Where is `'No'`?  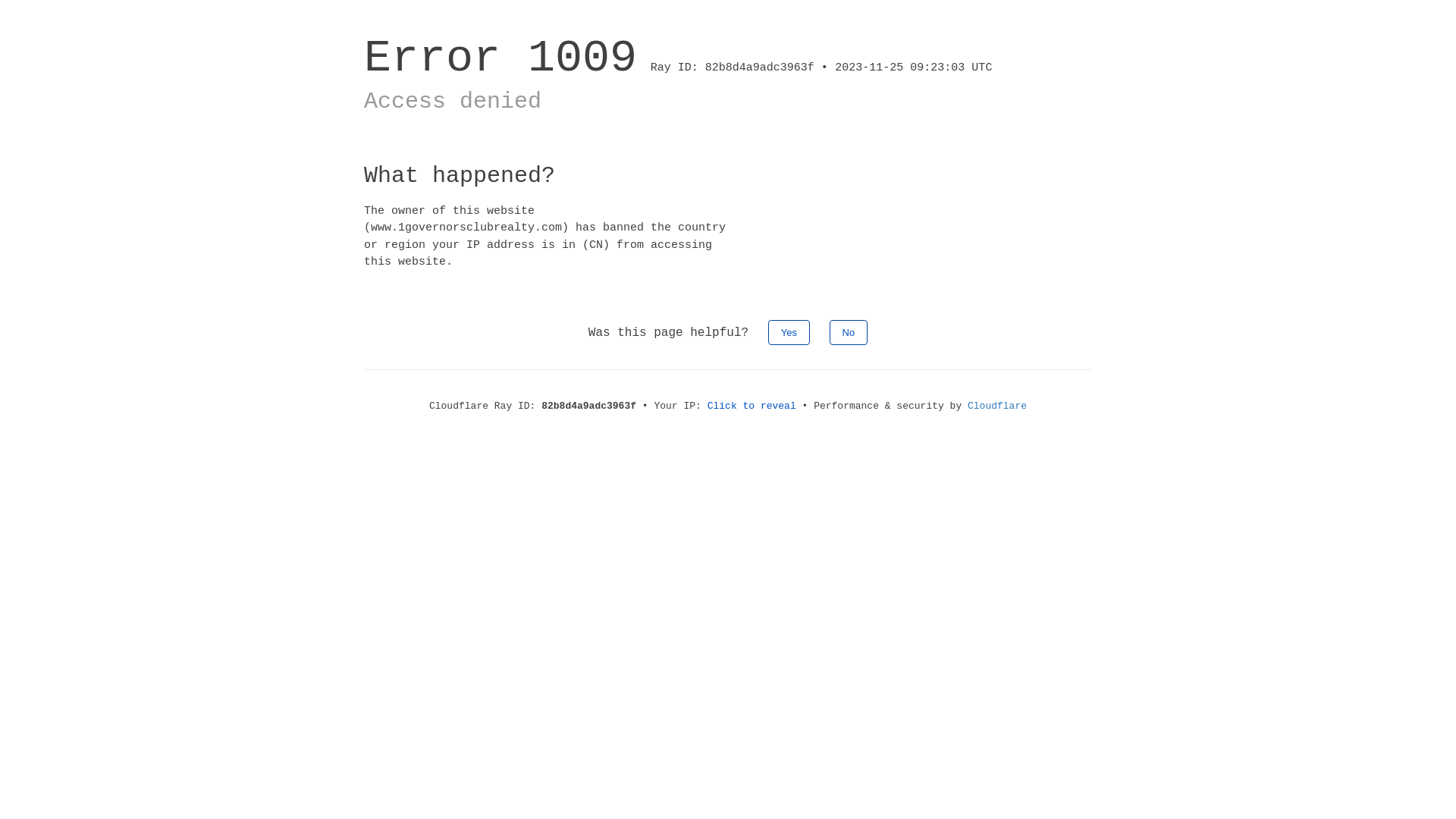
'No' is located at coordinates (848, 331).